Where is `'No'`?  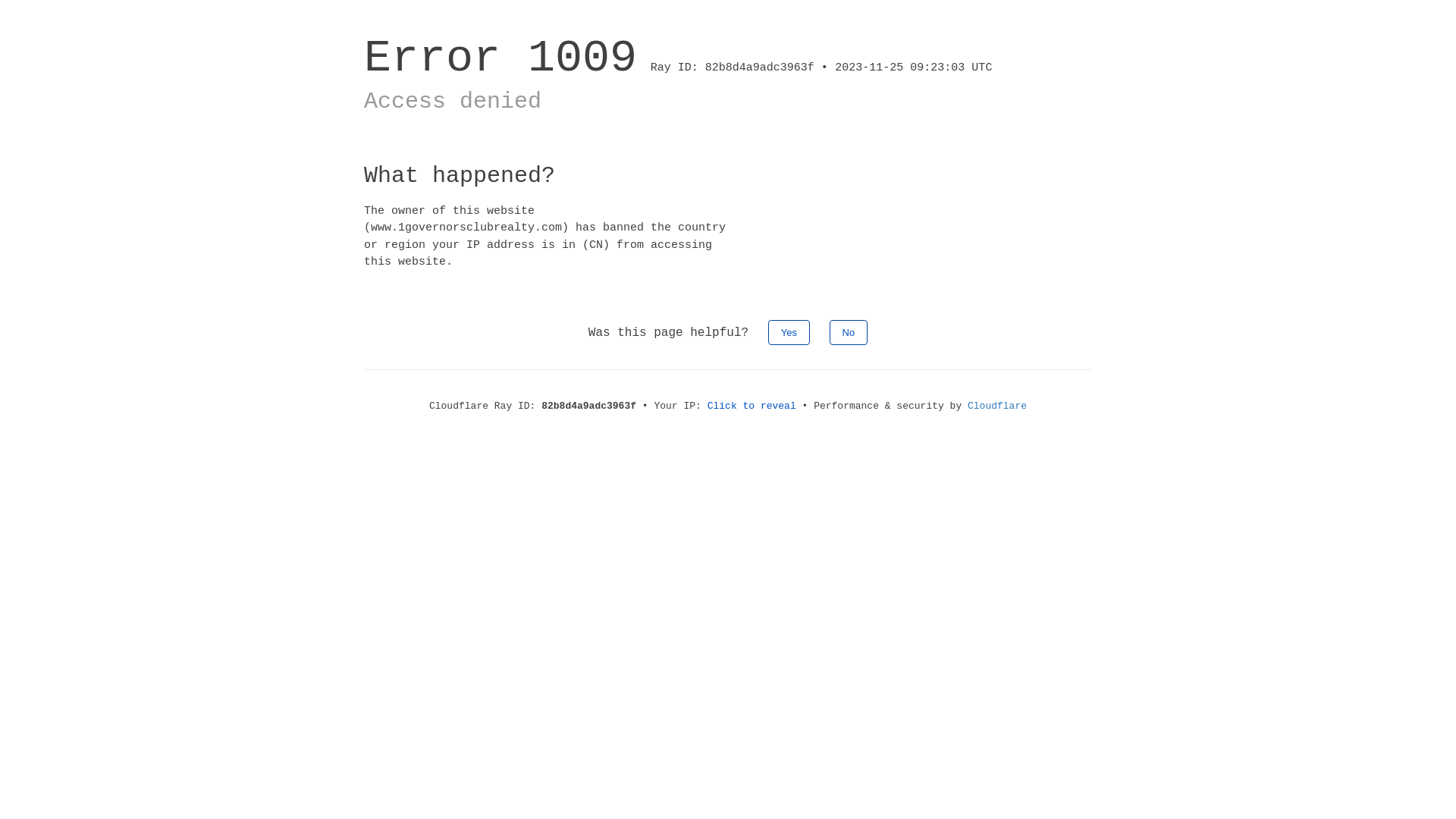
'No' is located at coordinates (848, 331).